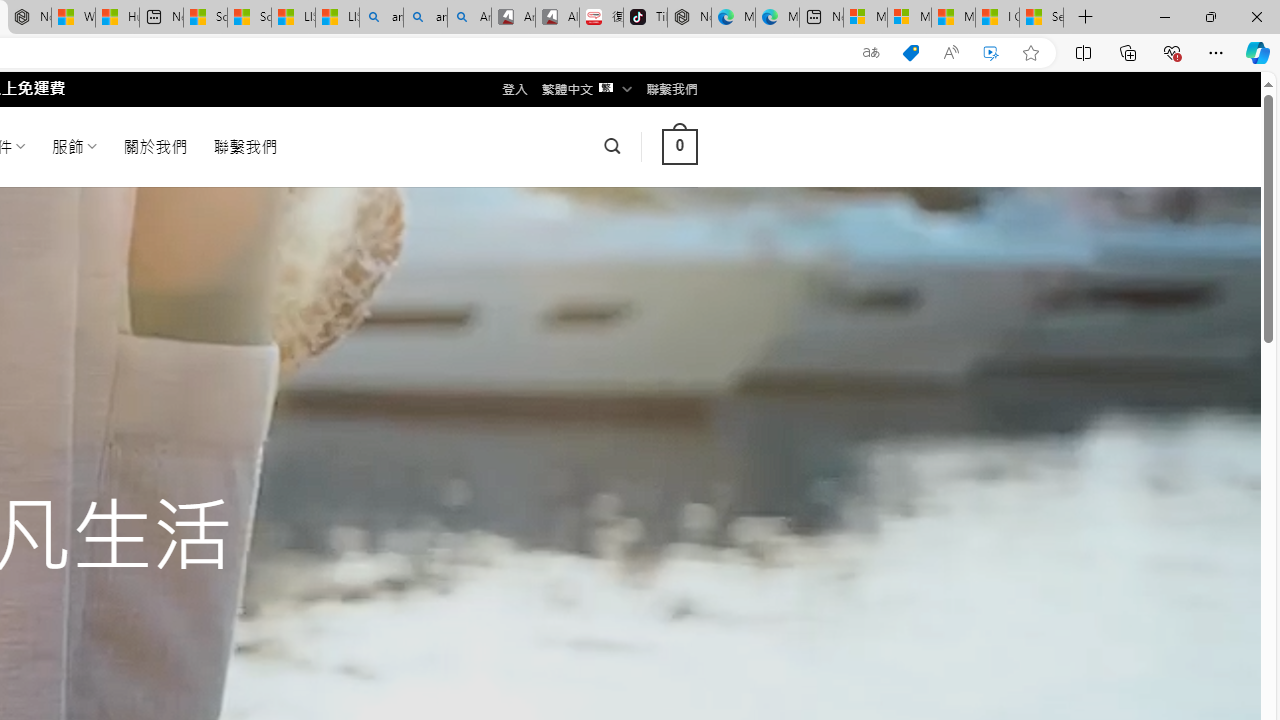  I want to click on 'Nordace - Best Sellers', so click(689, 17).